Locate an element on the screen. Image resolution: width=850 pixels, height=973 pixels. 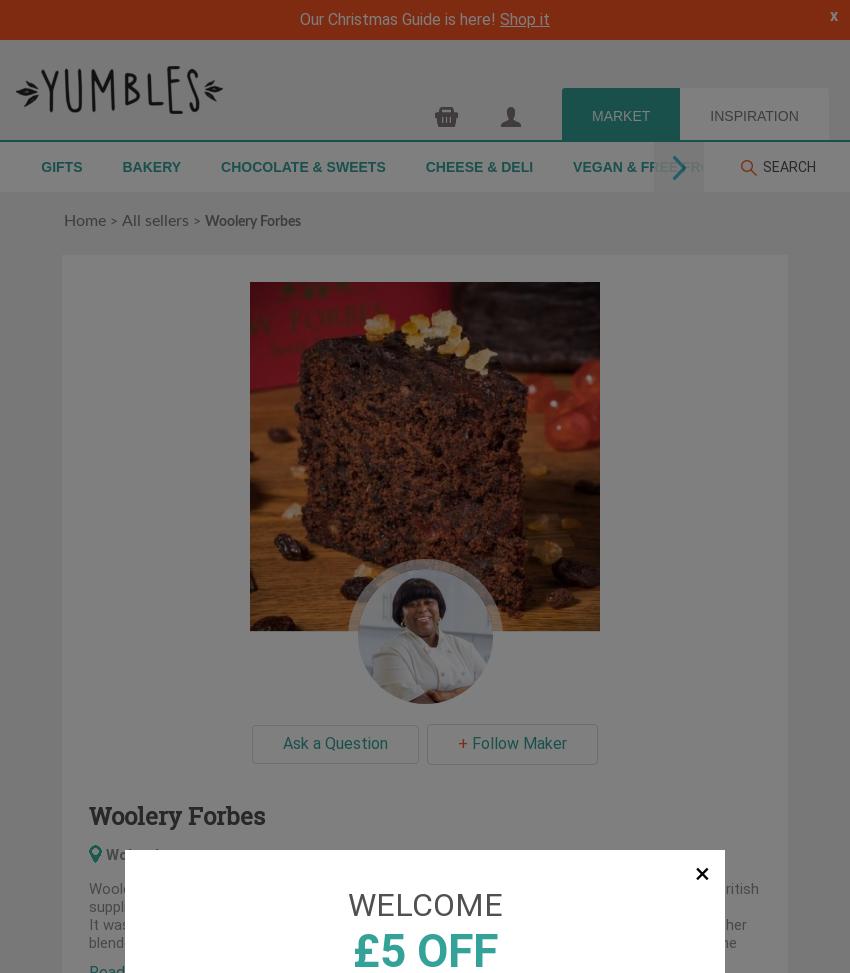
'to you with the help of British suppliers and a great support team of awesome individuals.' is located at coordinates (87, 897).